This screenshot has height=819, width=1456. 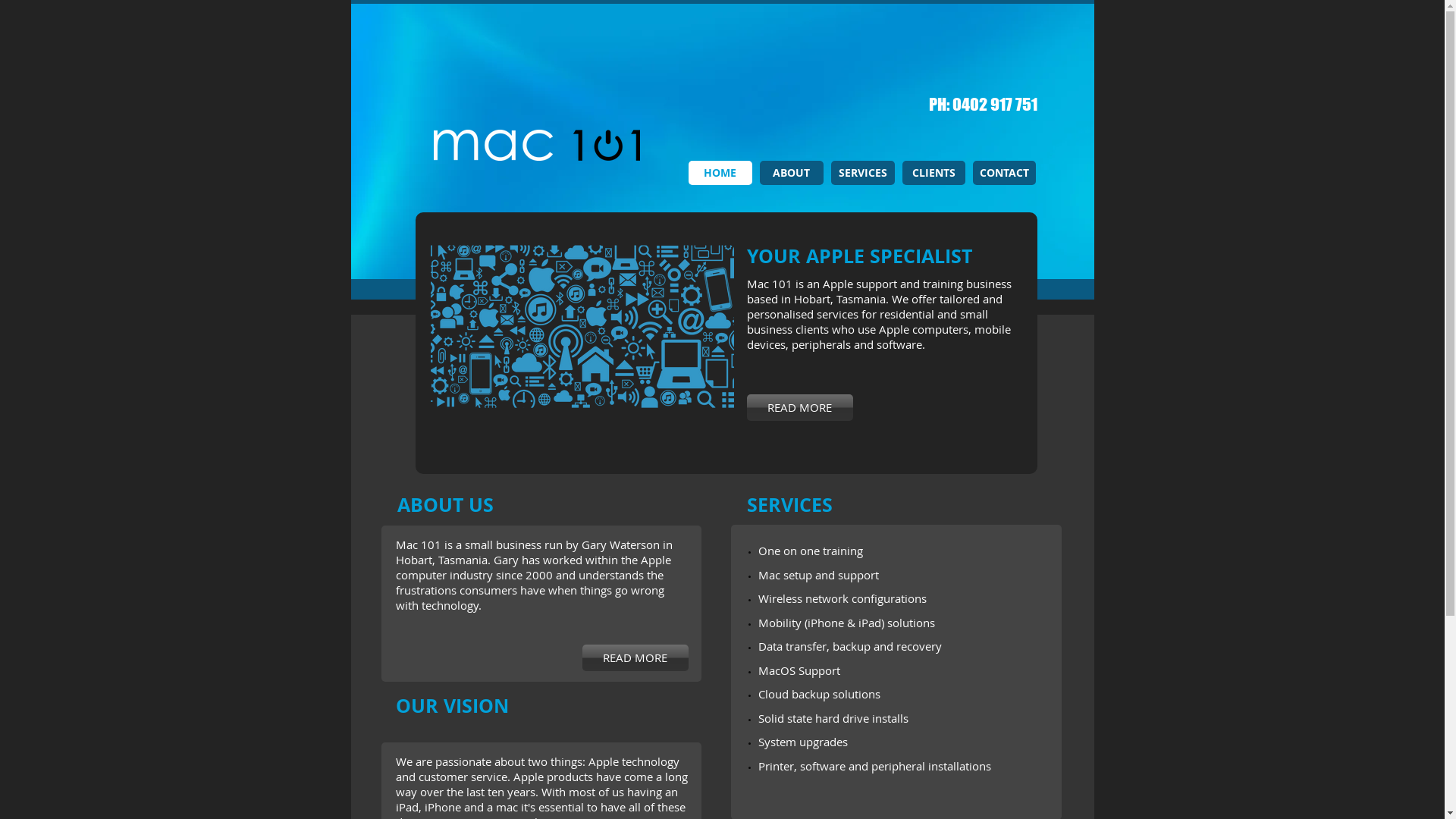 What do you see at coordinates (830, 171) in the screenshot?
I see `'SERVICES'` at bounding box center [830, 171].